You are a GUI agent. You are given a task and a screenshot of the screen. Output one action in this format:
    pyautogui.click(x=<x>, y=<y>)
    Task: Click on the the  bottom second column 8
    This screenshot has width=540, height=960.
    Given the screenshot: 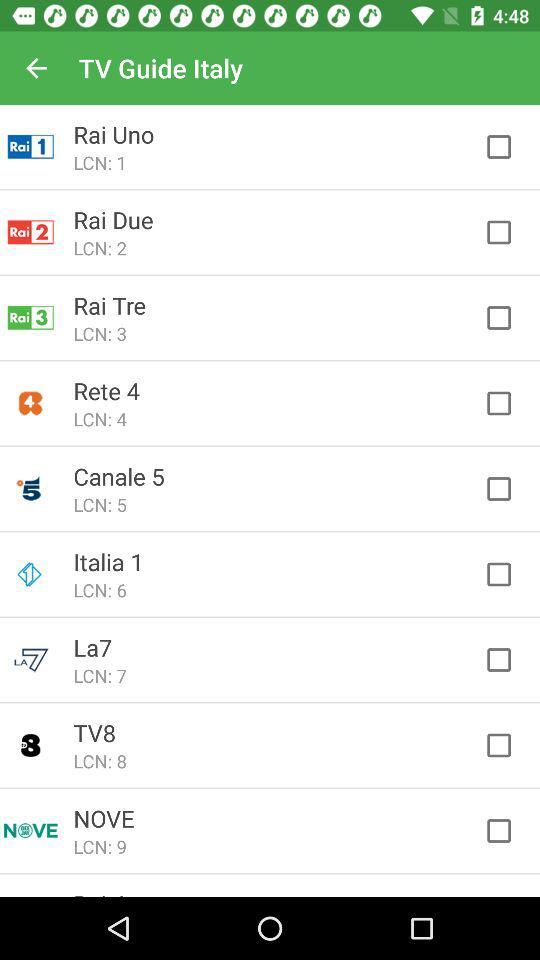 What is the action you would take?
    pyautogui.click(x=29, y=744)
    